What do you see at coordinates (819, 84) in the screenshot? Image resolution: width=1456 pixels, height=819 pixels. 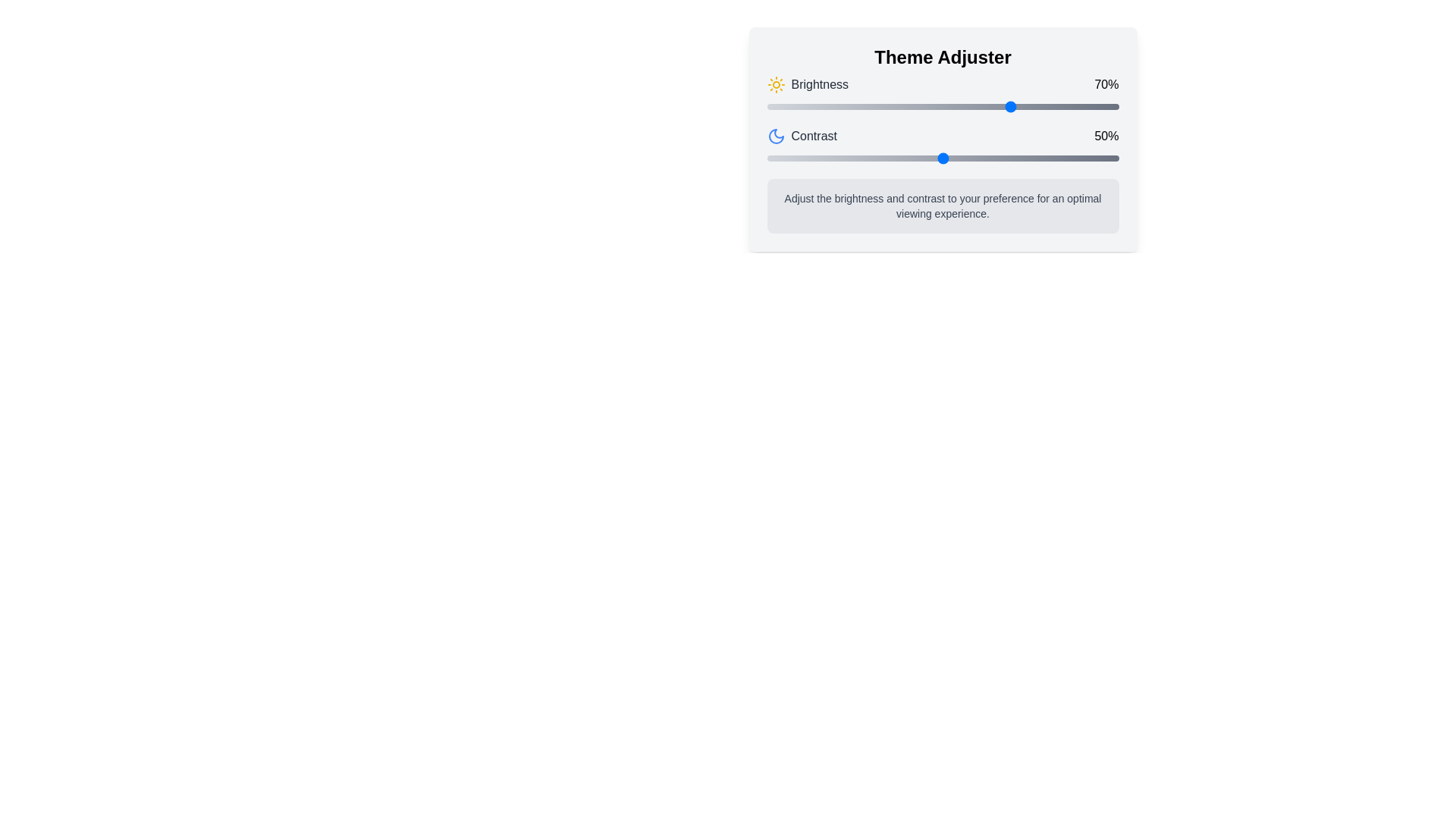 I see `brightness adjustment label located below the 'Theme Adjuster' heading, to the left of the sun-shaped icon` at bounding box center [819, 84].